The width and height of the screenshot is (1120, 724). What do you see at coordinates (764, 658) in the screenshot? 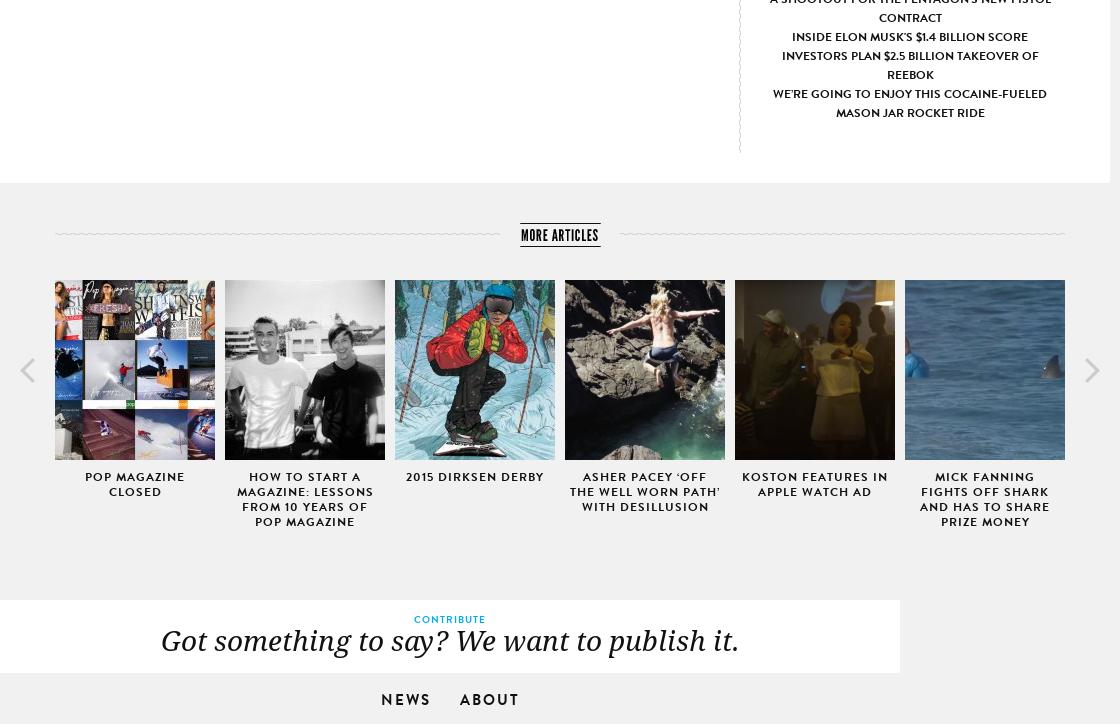
I see `'@Alay - yeah, it was a Quik sub-brand. It was killed when they started the restructure plan about 18 months back.'` at bounding box center [764, 658].